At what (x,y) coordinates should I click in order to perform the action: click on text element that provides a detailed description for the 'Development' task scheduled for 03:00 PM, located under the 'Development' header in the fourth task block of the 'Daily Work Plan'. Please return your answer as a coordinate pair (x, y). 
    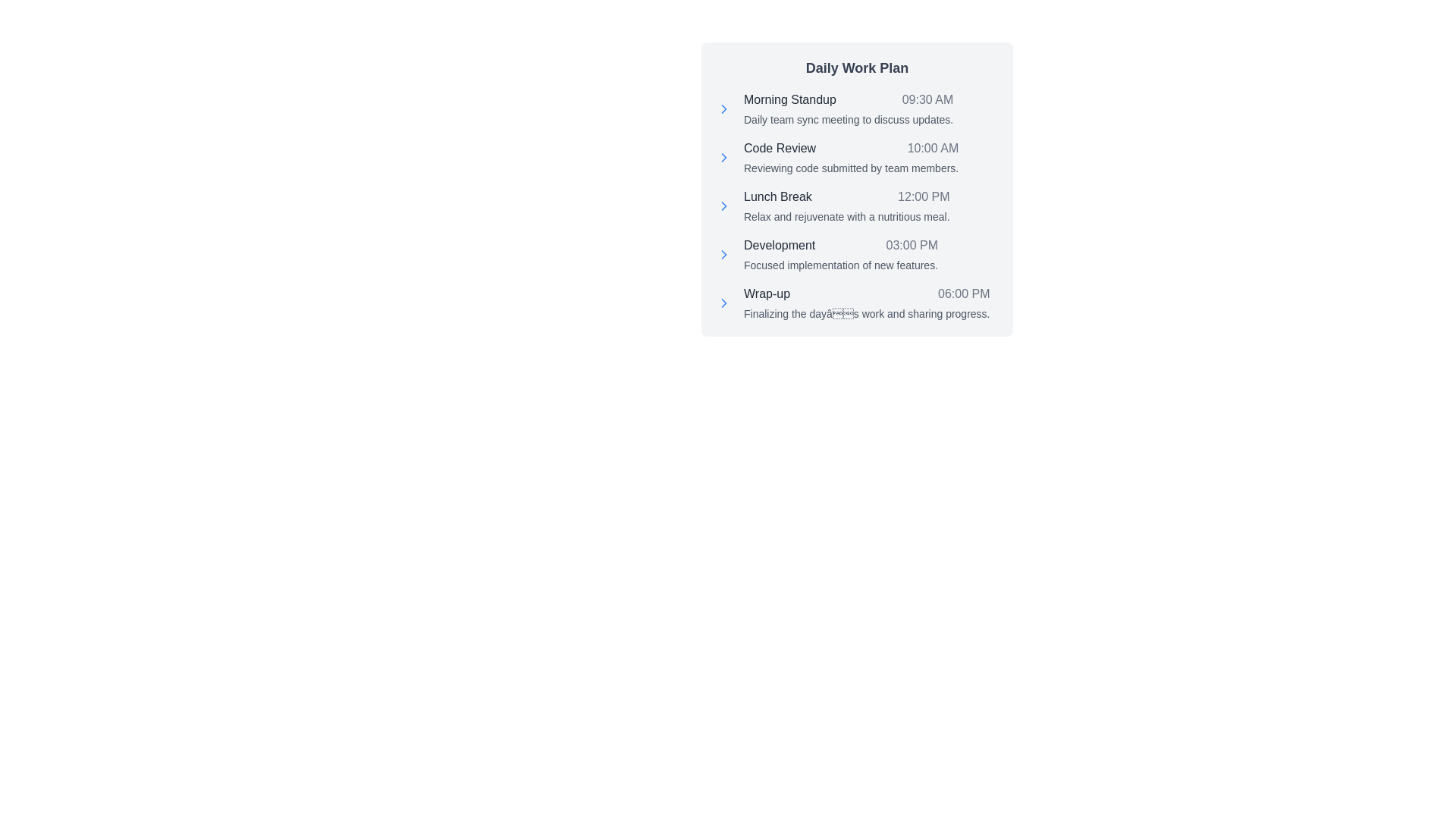
    Looking at the image, I should click on (839, 265).